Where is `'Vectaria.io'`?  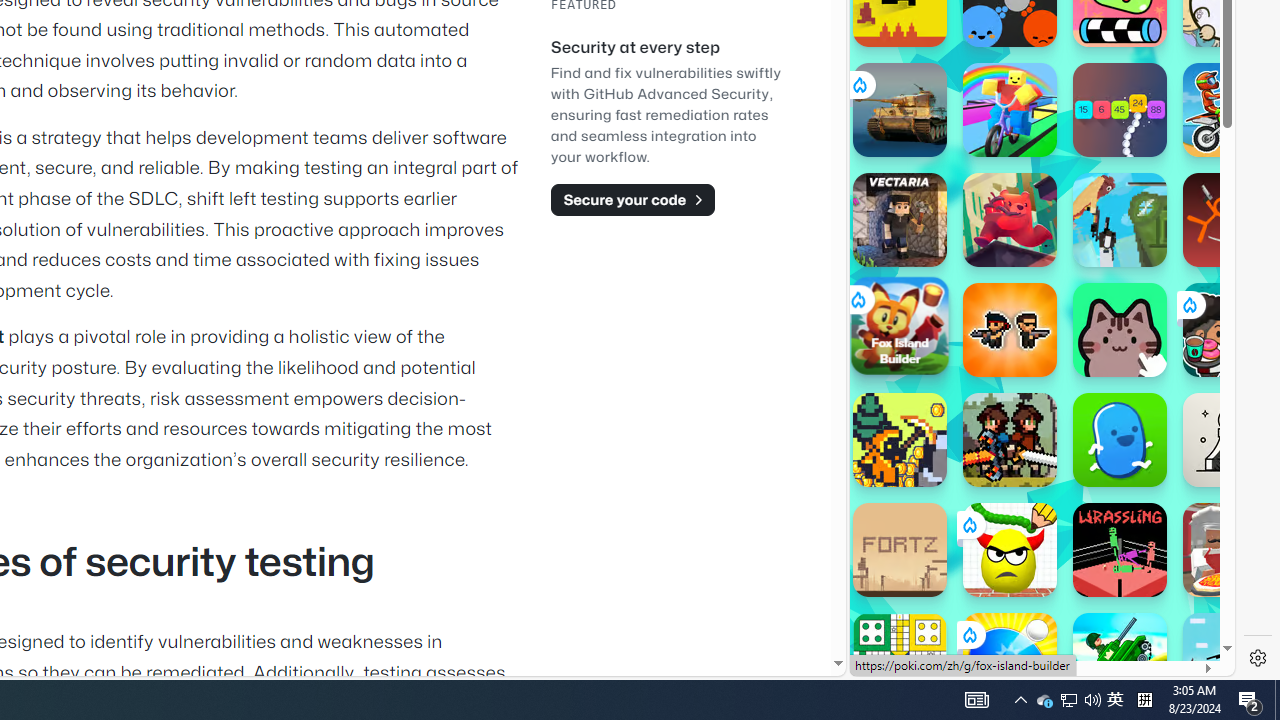
'Vectaria.io' is located at coordinates (898, 219).